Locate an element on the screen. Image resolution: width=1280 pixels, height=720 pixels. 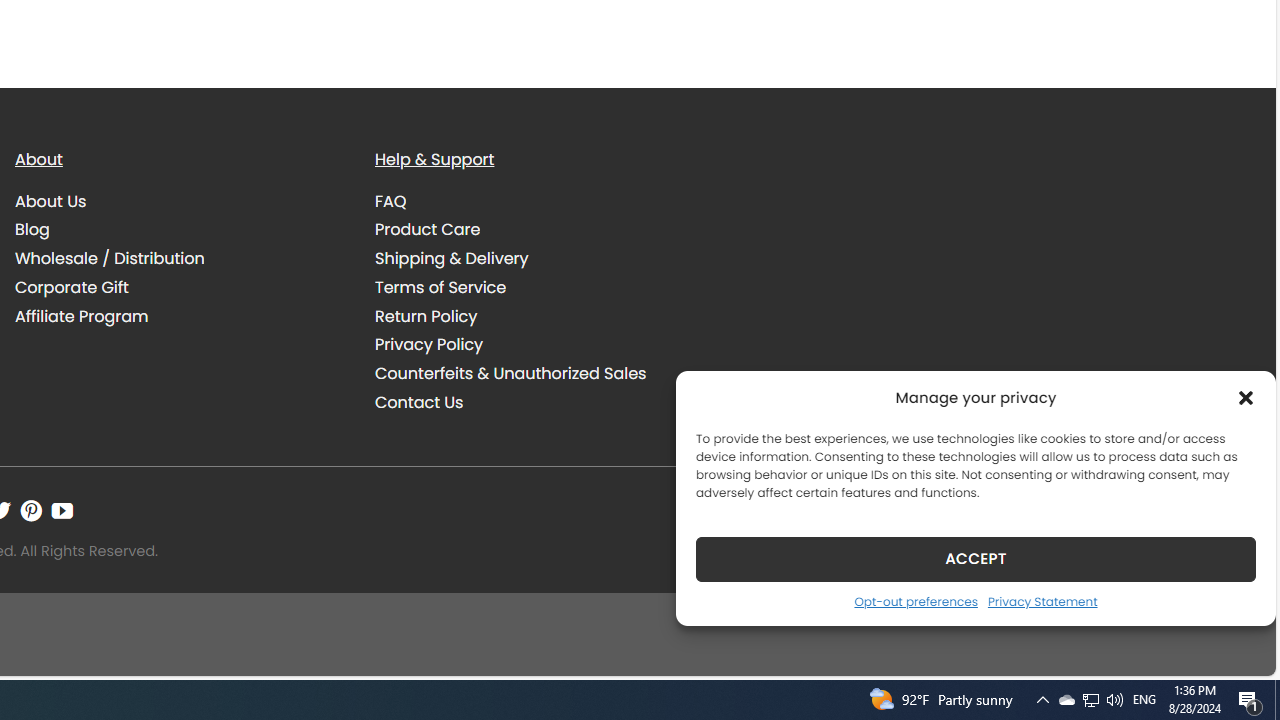
'FAQ' is located at coordinates (391, 200).